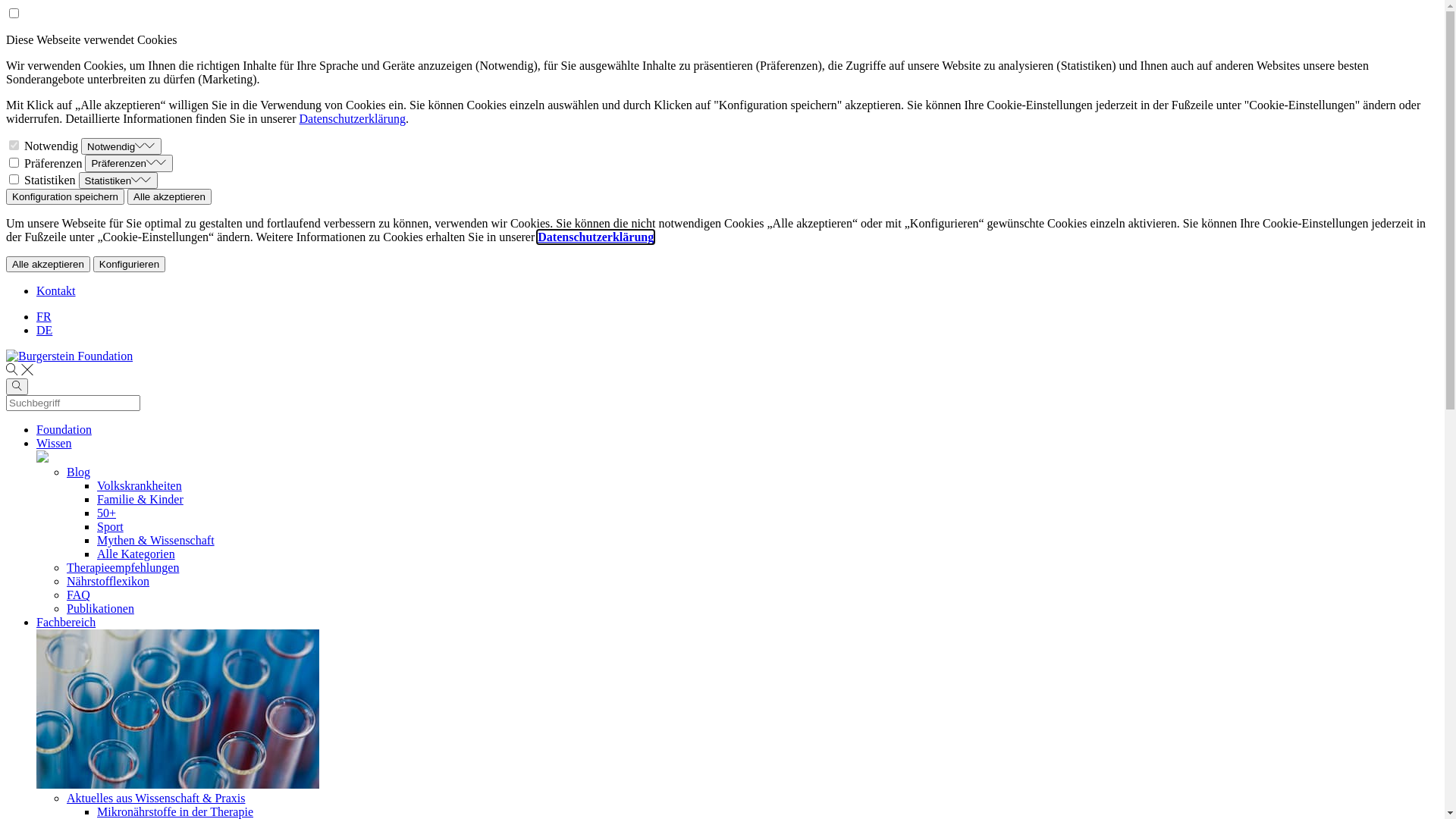  Describe the element at coordinates (36, 290) in the screenshot. I see `'Kontakt'` at that location.